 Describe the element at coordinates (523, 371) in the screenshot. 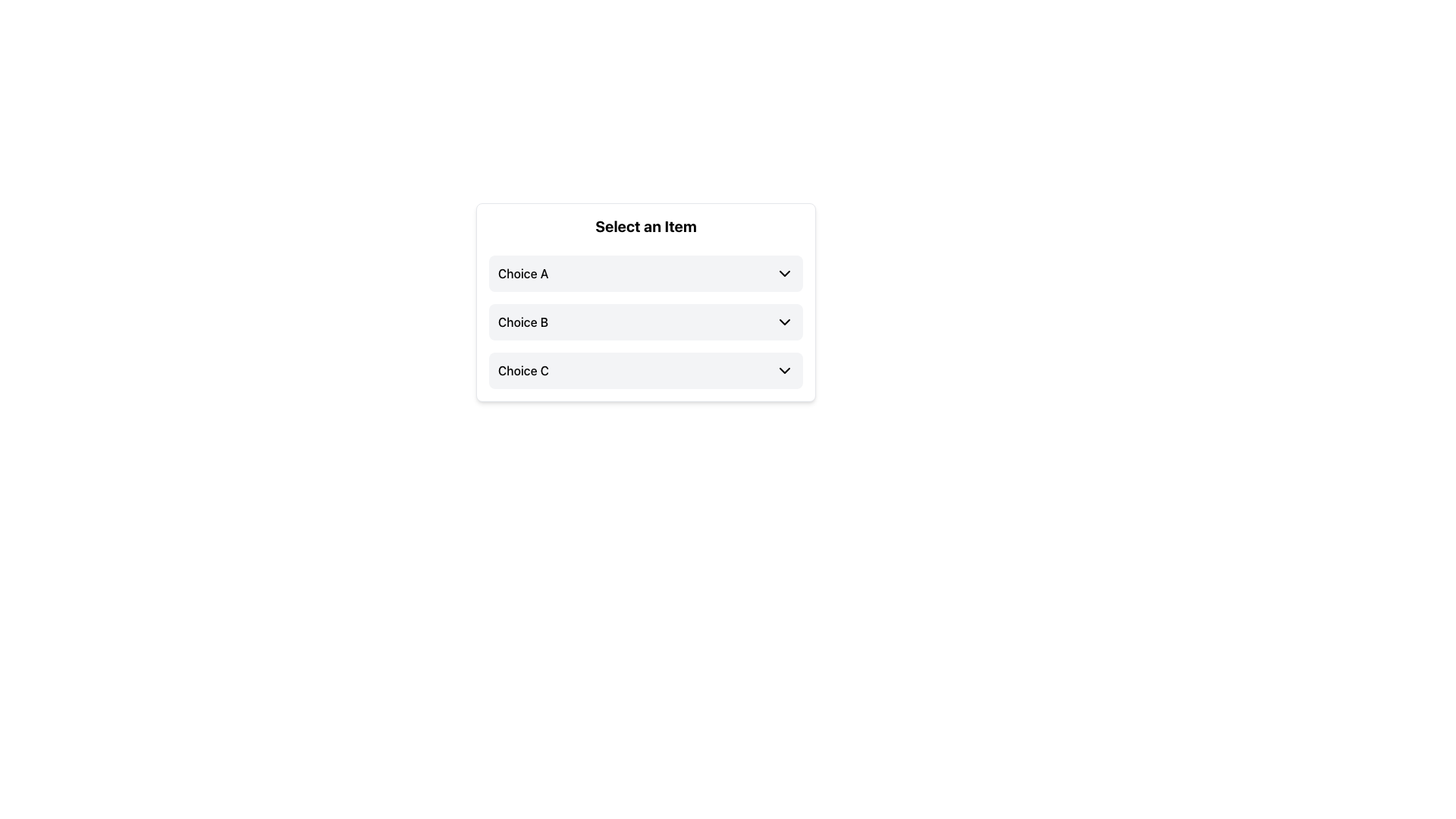

I see `label text for the third selectable dropdown option, located to the left of the chevron icon` at that location.